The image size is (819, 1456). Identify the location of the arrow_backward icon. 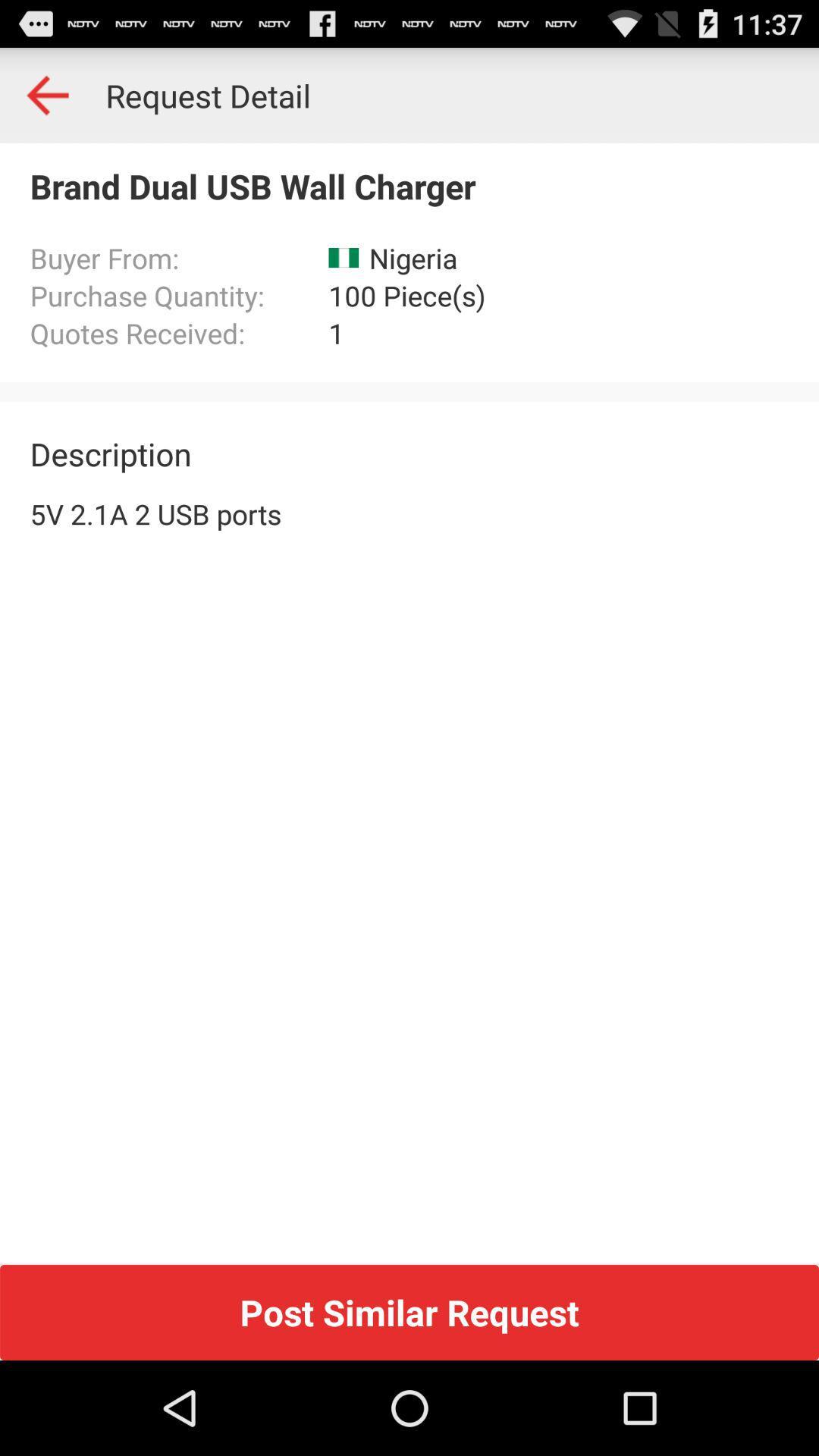
(46, 101).